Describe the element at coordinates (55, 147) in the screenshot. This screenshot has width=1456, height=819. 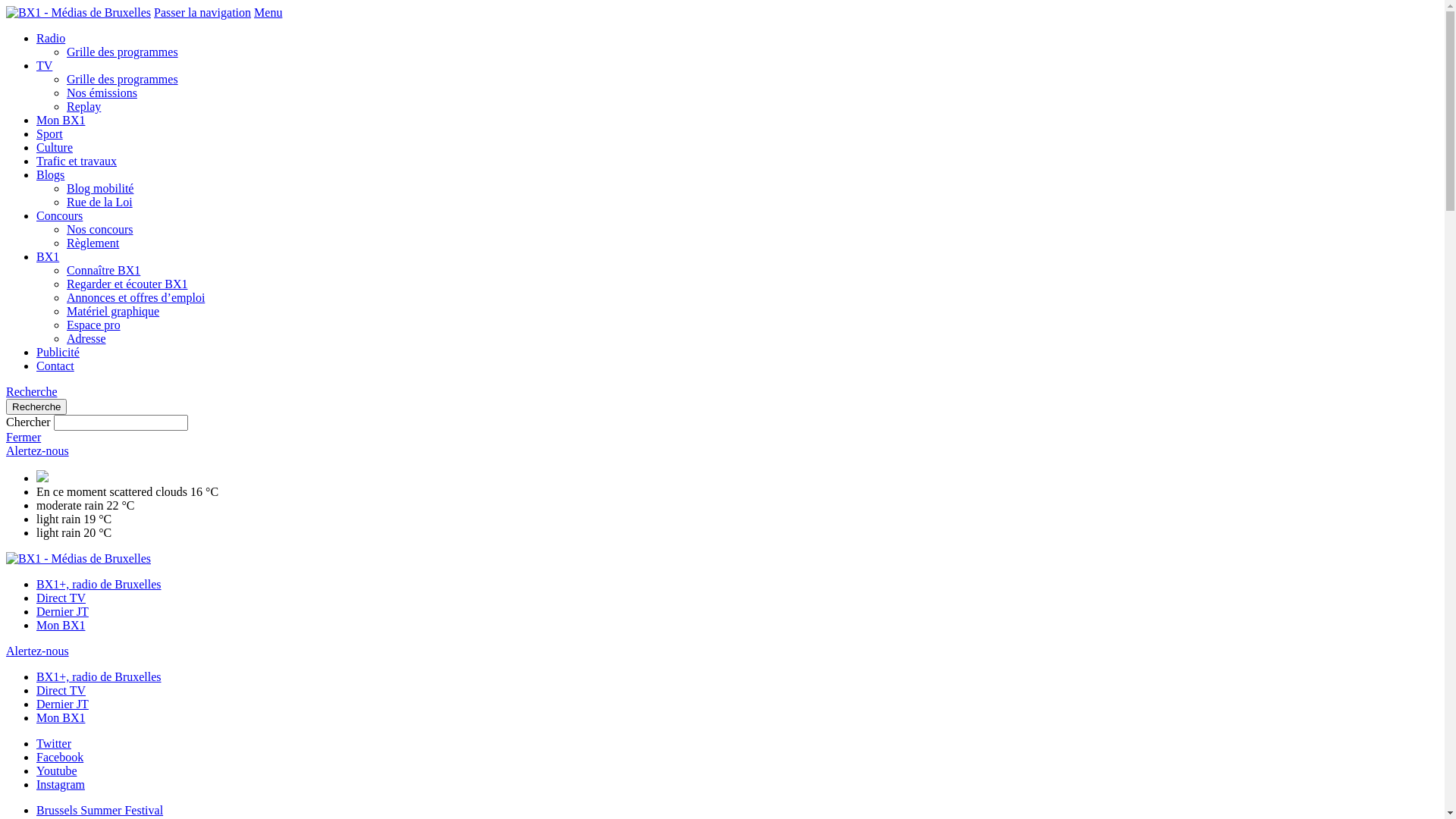
I see `'Culture'` at that location.